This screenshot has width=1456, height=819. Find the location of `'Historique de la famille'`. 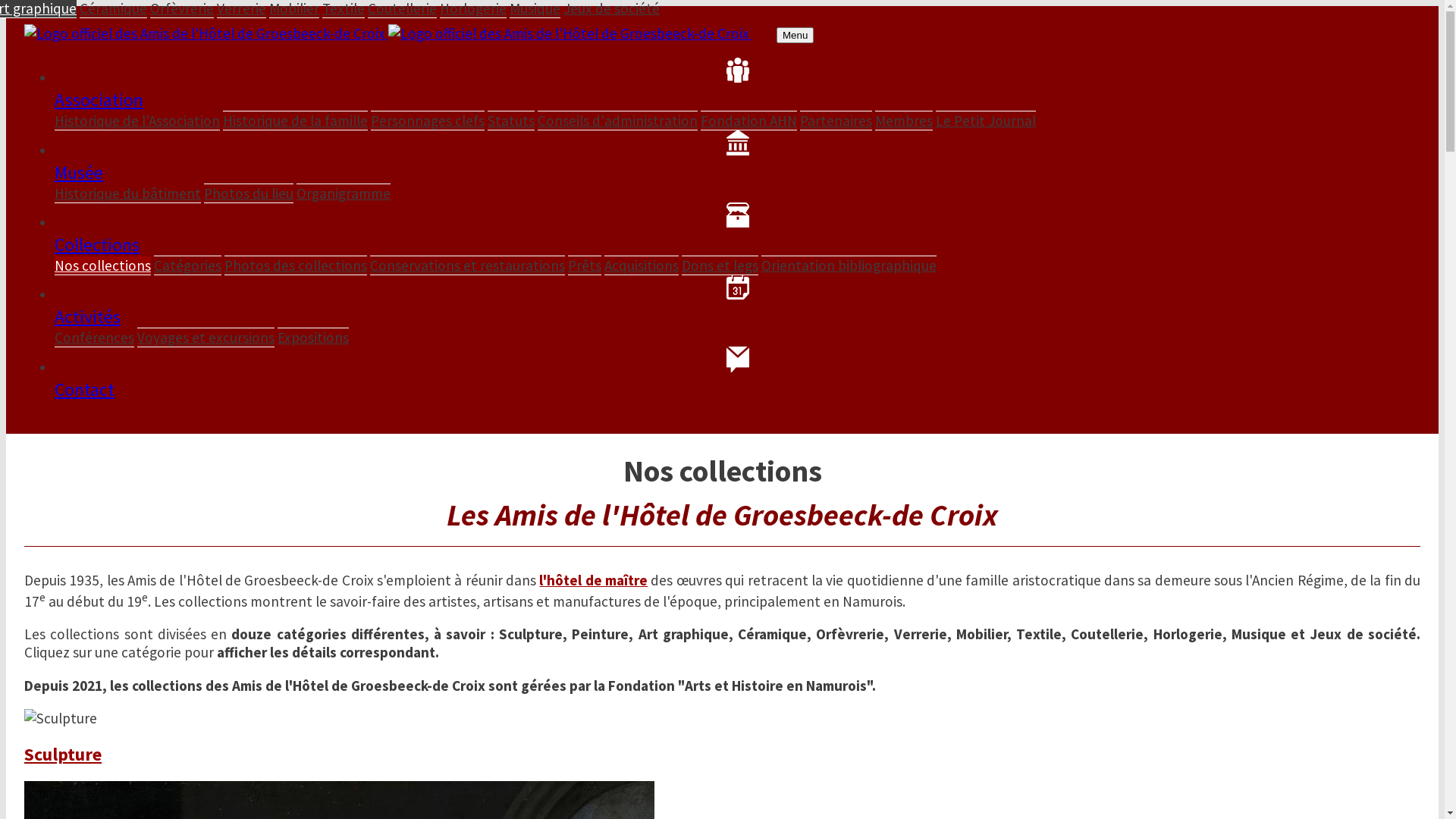

'Historique de la famille' is located at coordinates (221, 119).